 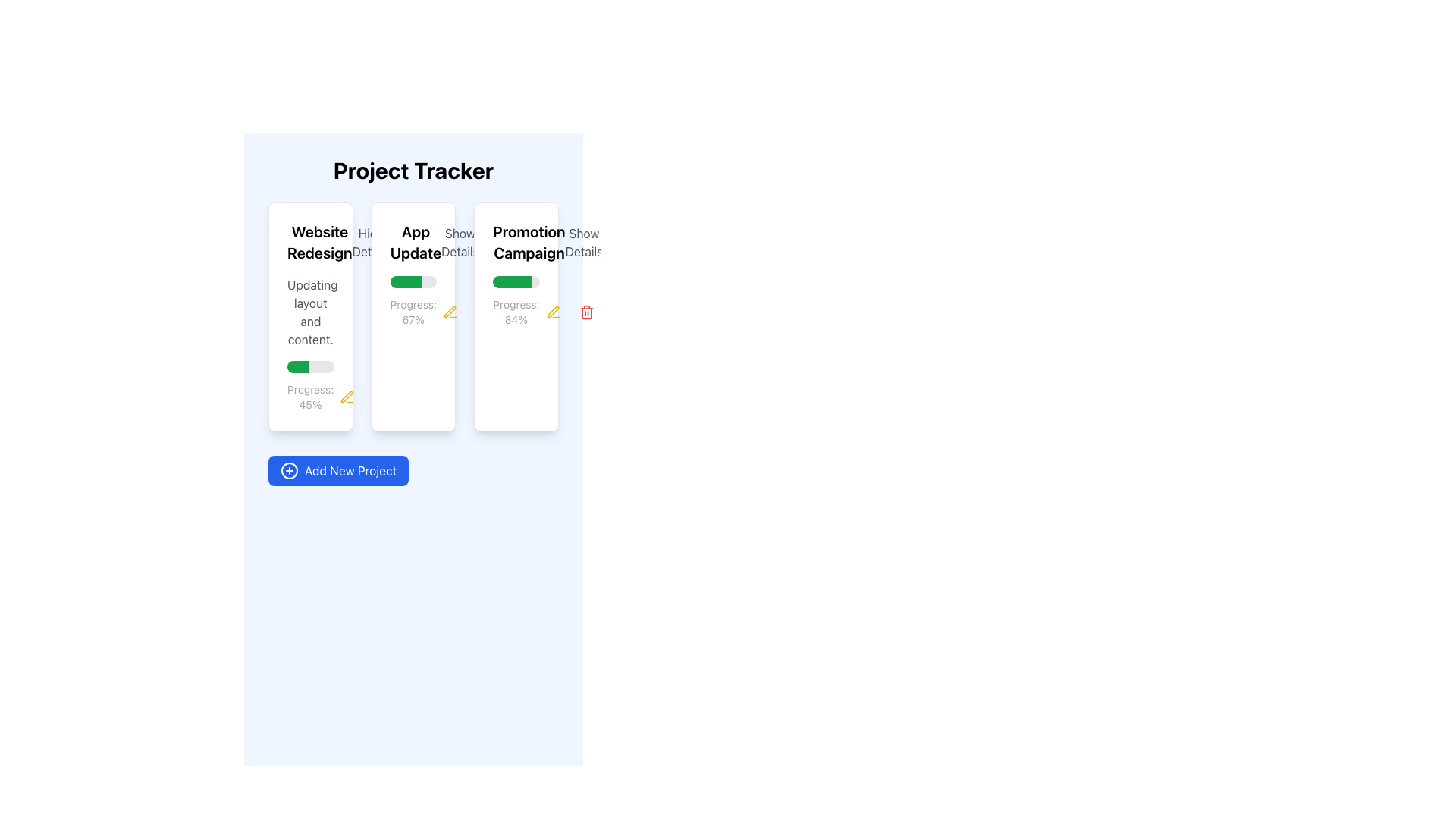 I want to click on the project card in the dashboard, so click(x=413, y=315).